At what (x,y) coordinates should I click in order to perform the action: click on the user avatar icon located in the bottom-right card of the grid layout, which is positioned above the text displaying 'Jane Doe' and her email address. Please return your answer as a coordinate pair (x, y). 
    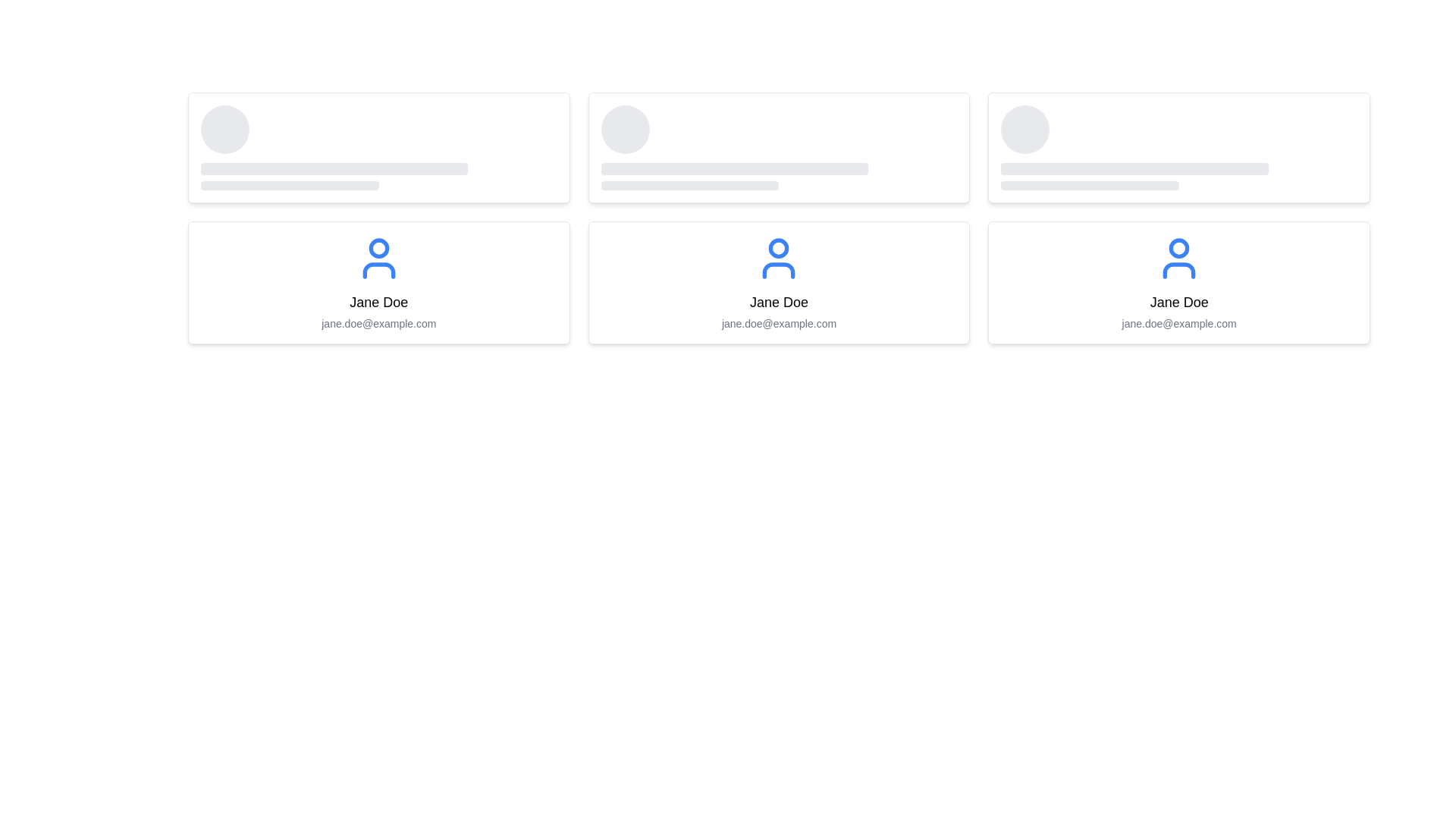
    Looking at the image, I should click on (1178, 257).